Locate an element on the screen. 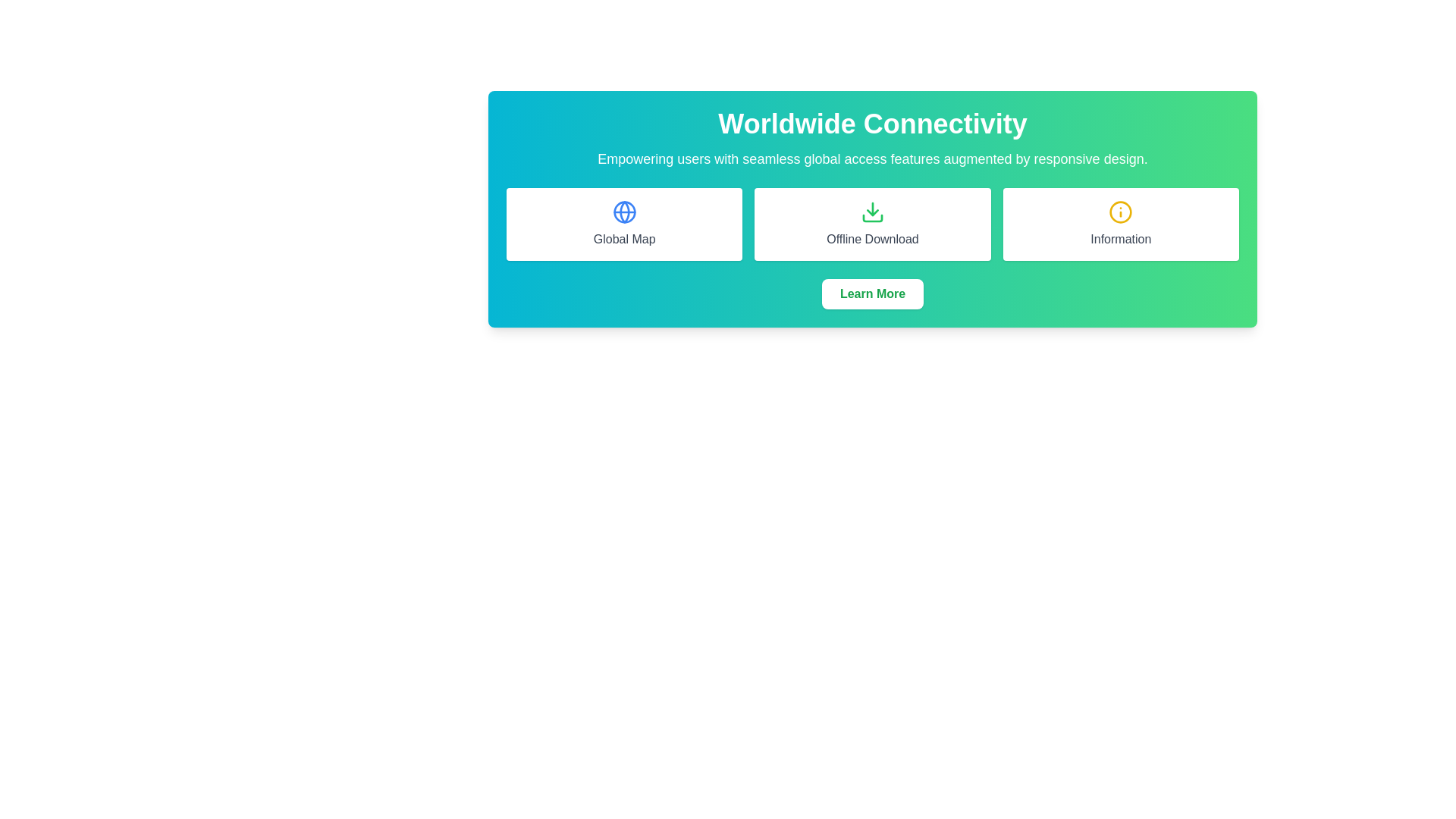 The height and width of the screenshot is (819, 1456). the 'Offline Download' icon located in the middle card of the horizontally-aligned trio of cards in the teal section is located at coordinates (873, 212).